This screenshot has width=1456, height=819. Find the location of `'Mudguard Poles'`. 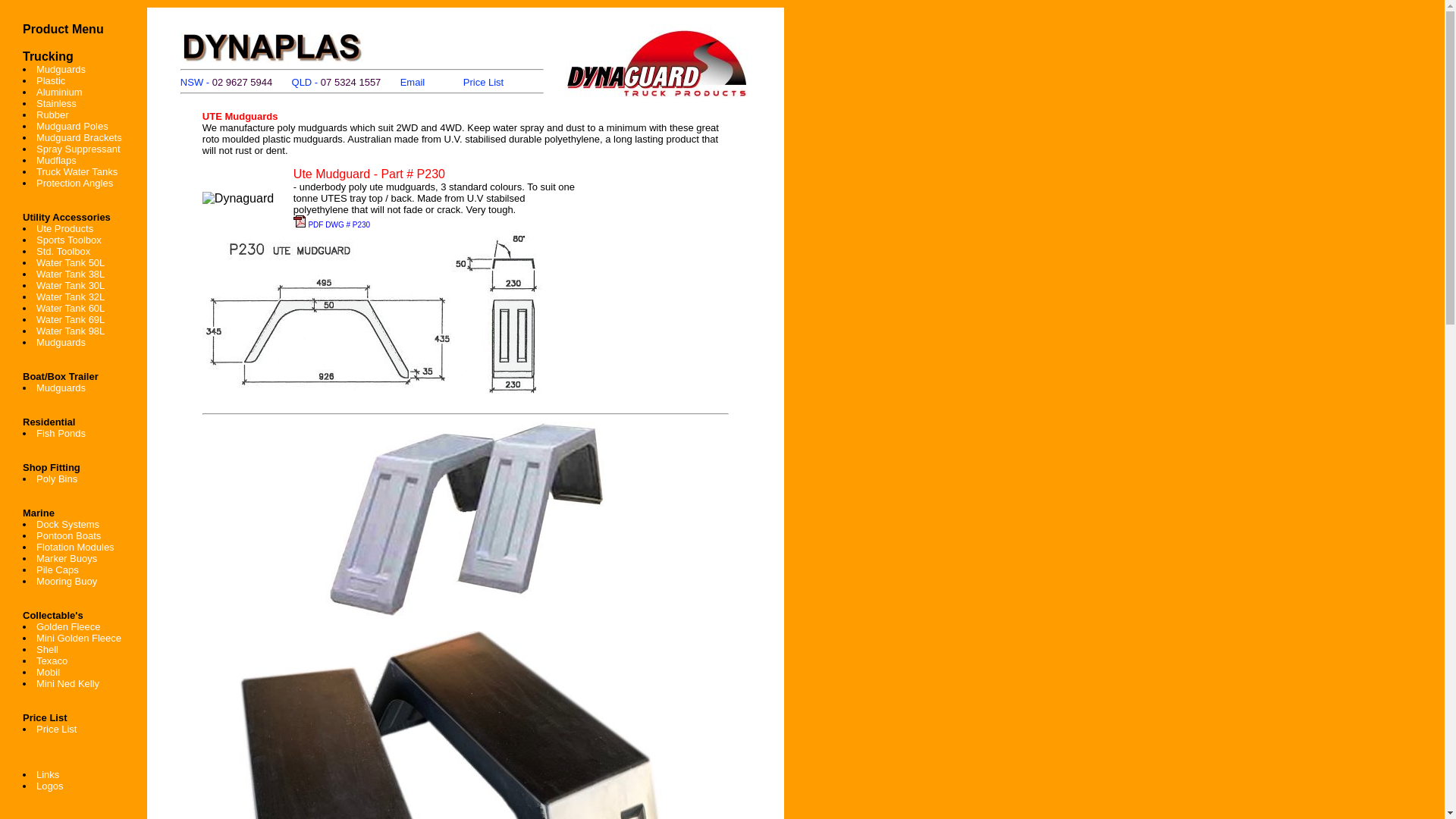

'Mudguard Poles' is located at coordinates (71, 125).